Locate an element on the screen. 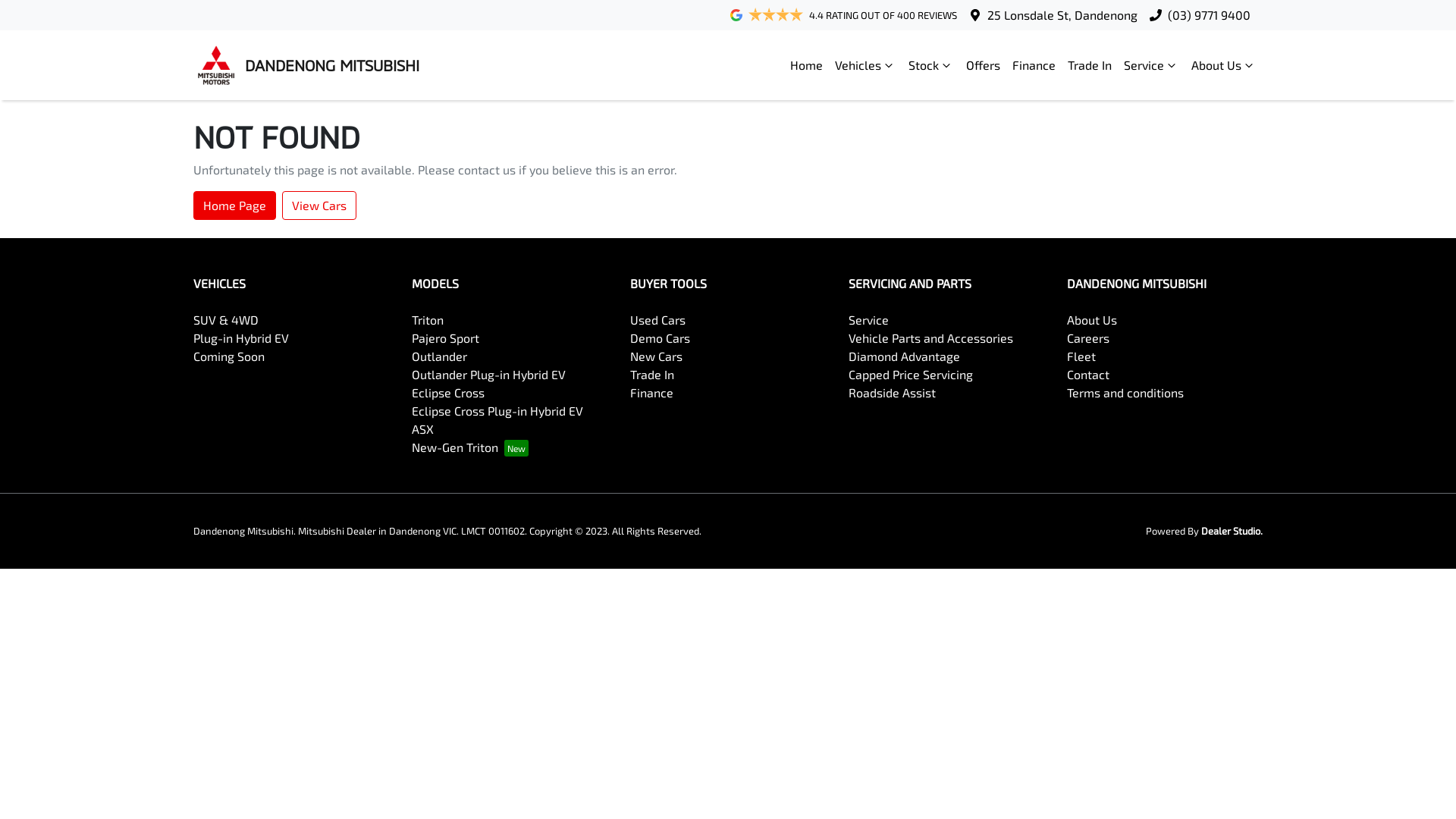 The width and height of the screenshot is (1456, 819). 'Dealer Studio.' is located at coordinates (1232, 529).